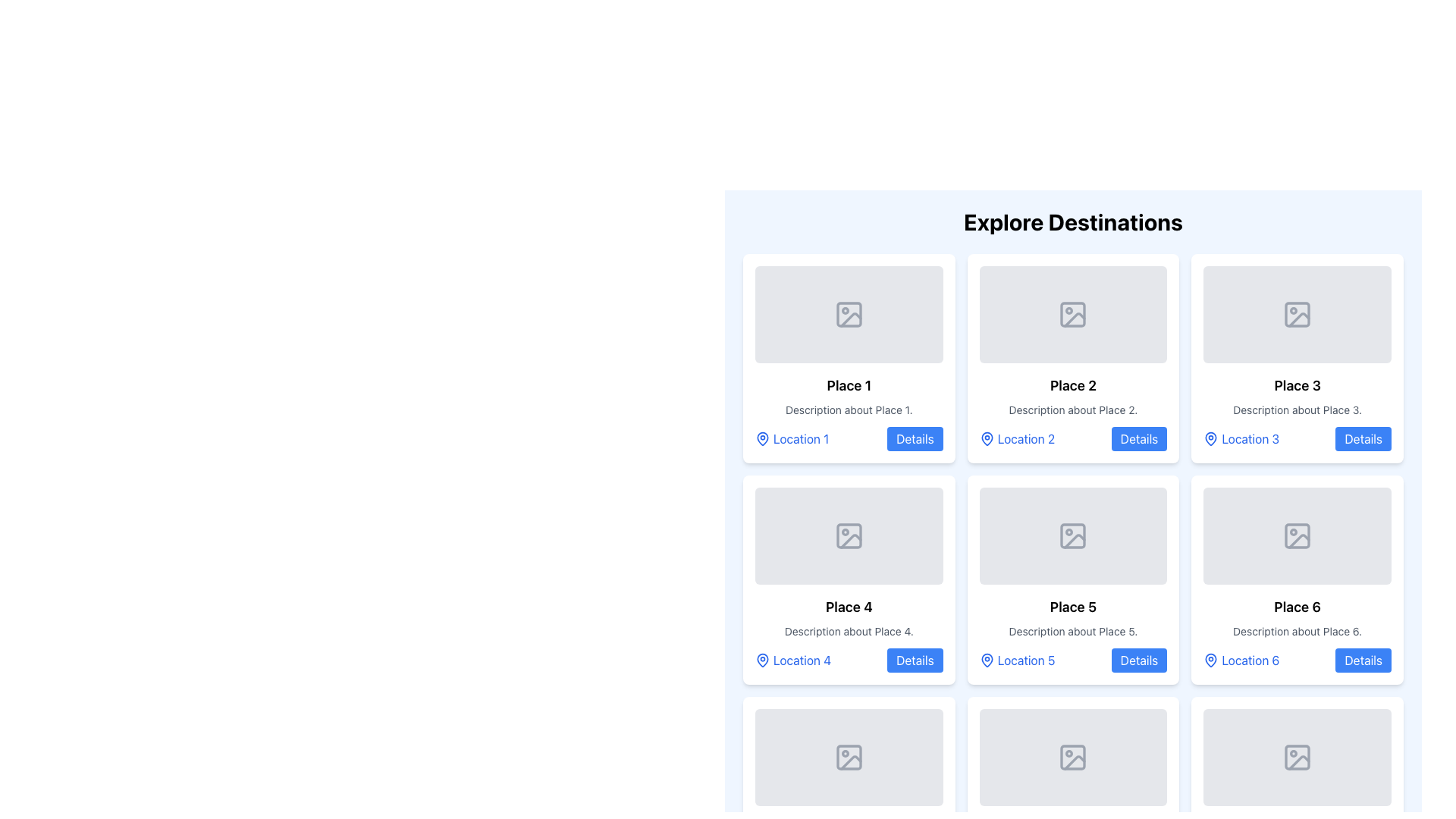 This screenshot has width=1456, height=819. Describe the element at coordinates (1297, 758) in the screenshot. I see `the image placeholder icon located in the lower-right area of the 'Place 6' card in the grid layout` at that location.